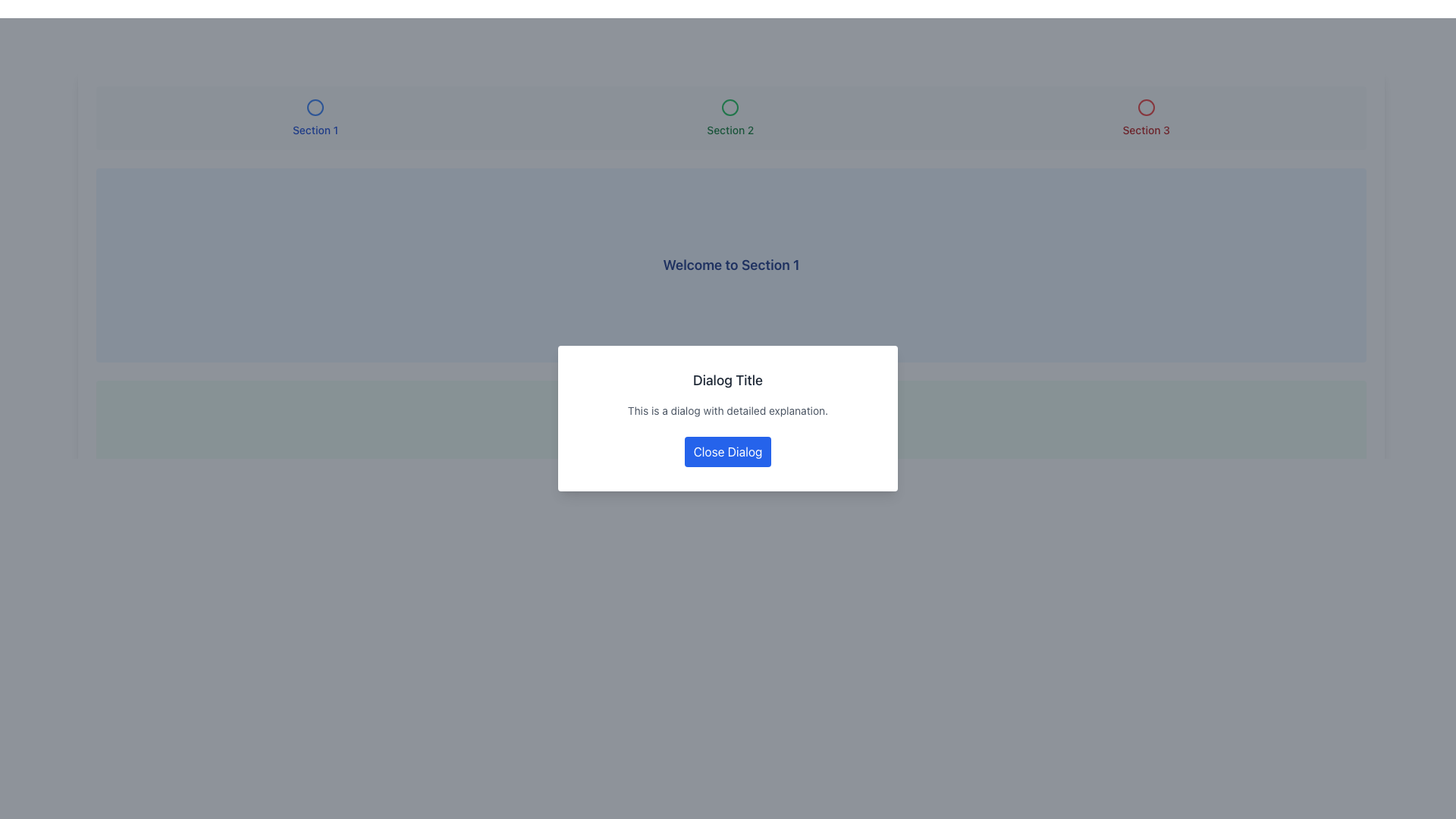  I want to click on the hyperlink with a red circular icon and the text 'Section 3', so click(1146, 117).